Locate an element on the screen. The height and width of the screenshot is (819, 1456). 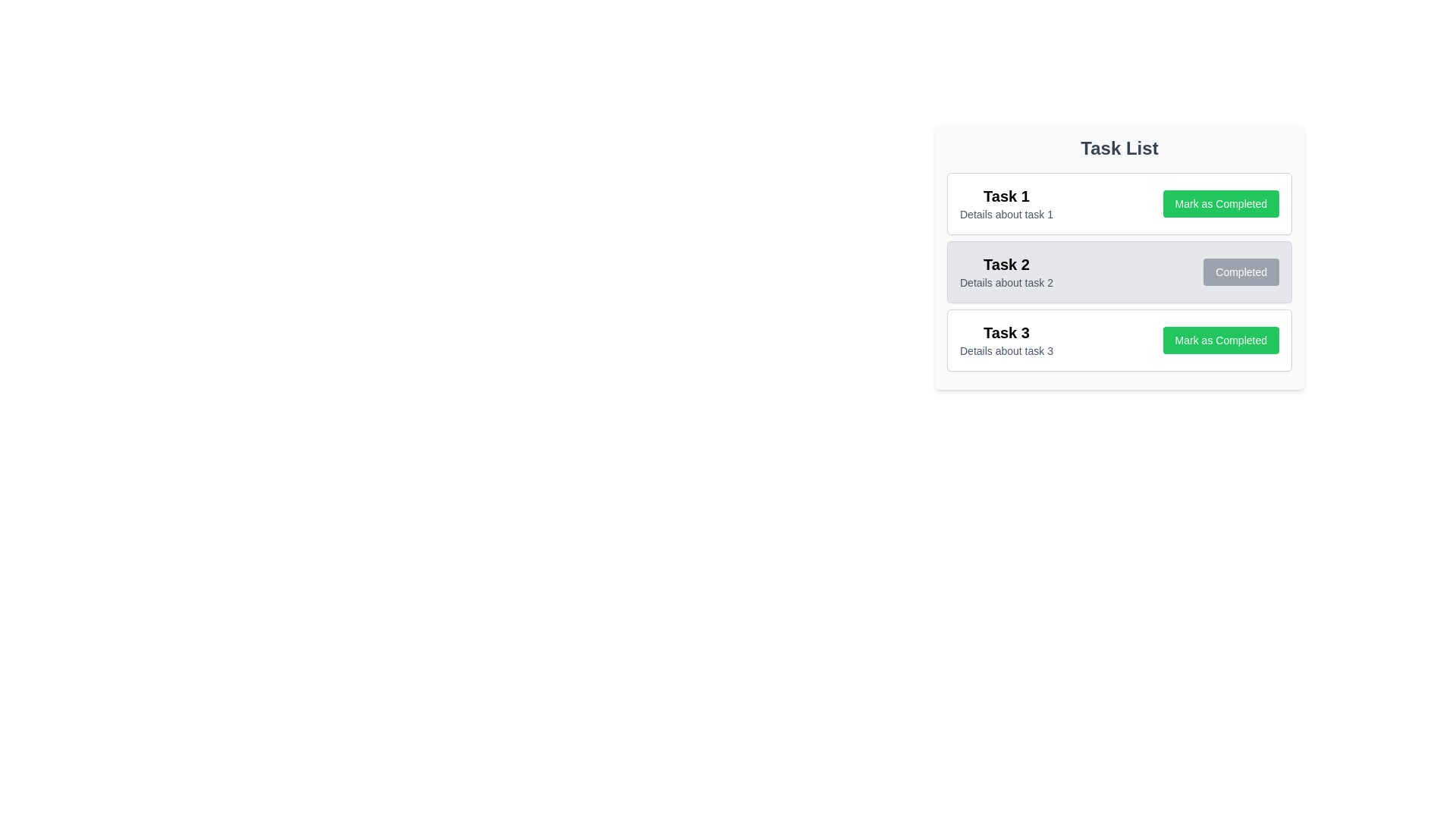
the Text block that provides a title and description for 'Task 1', located in the upper-left corner of the task card above the 'Mark as Completed' button is located at coordinates (1006, 203).